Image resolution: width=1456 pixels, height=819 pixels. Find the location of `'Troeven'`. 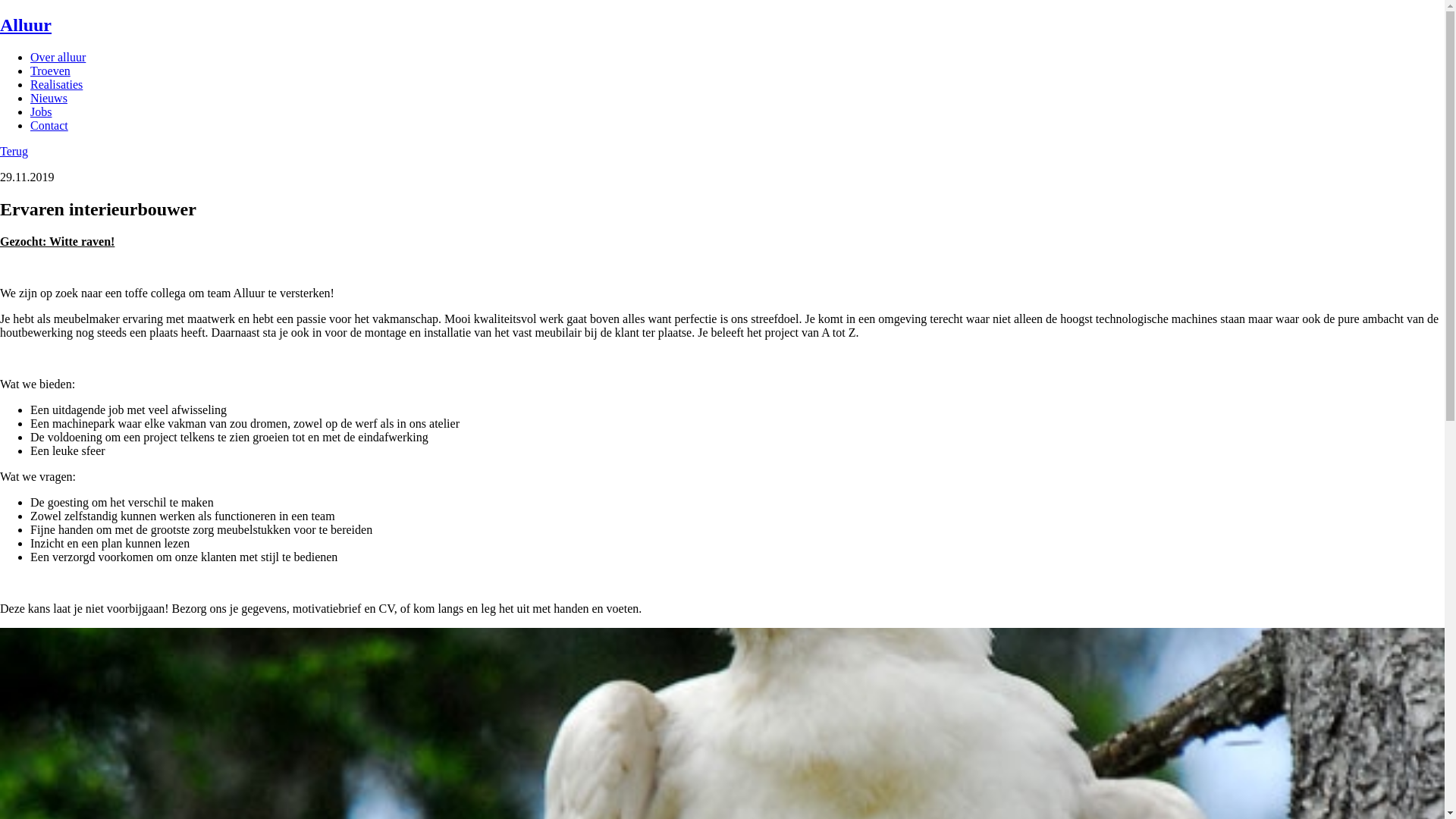

'Troeven' is located at coordinates (30, 71).